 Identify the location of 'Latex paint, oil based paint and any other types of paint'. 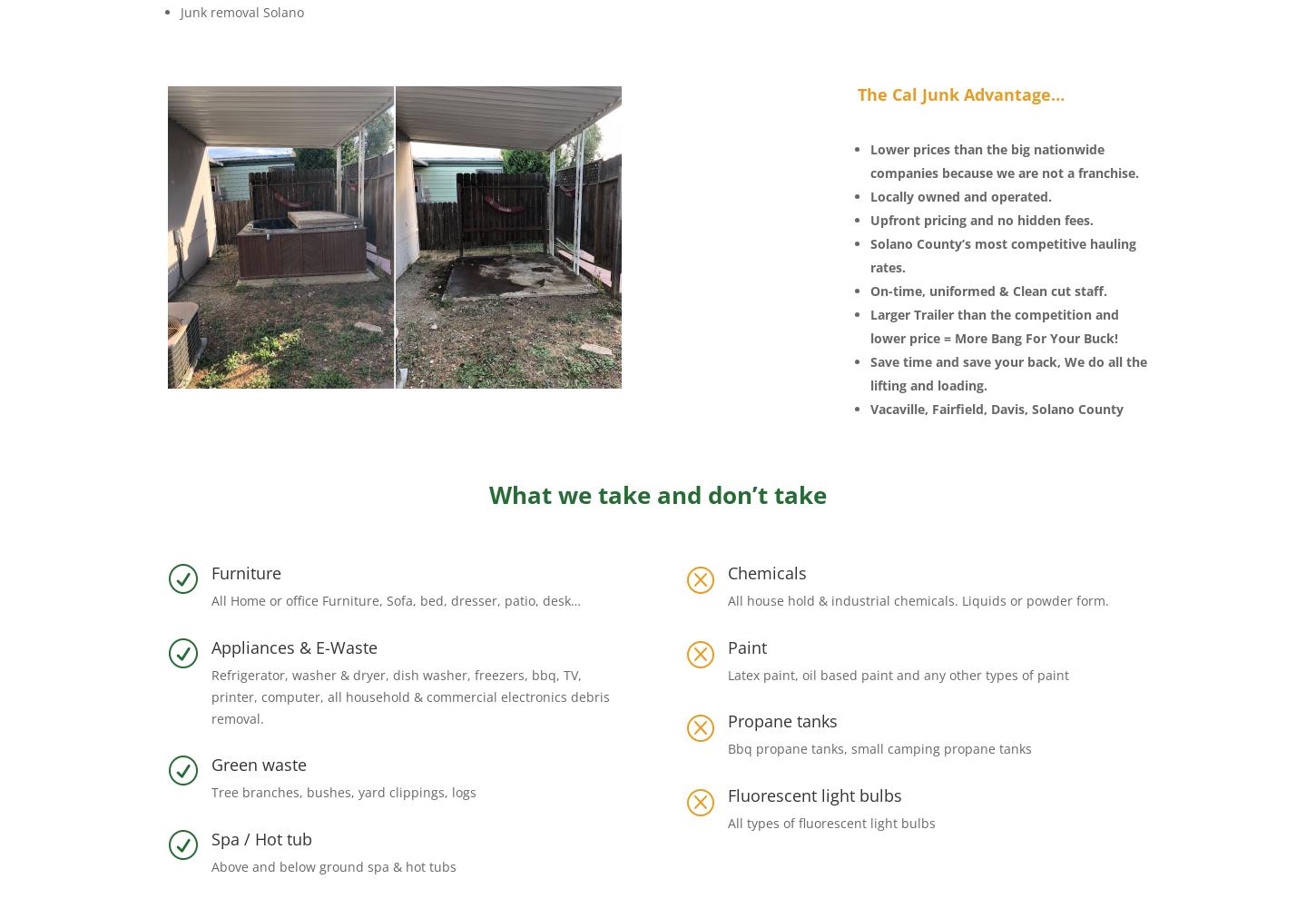
(726, 673).